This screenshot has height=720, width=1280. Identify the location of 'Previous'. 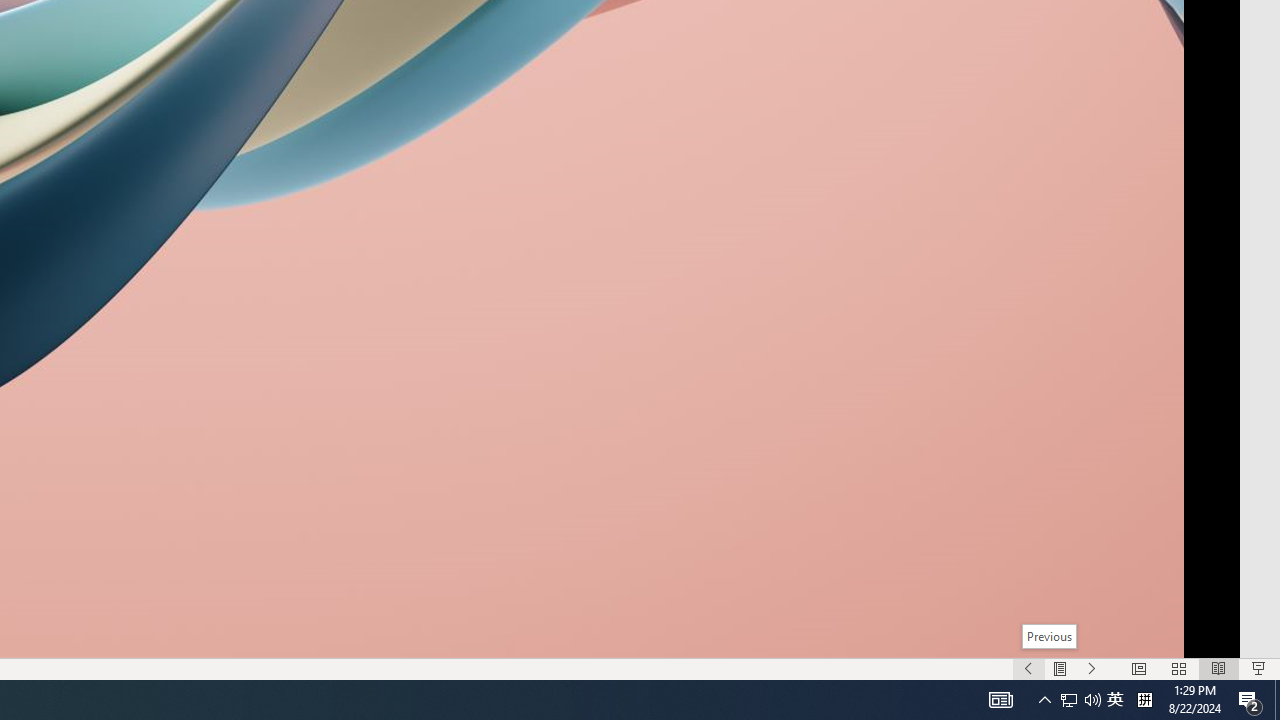
(1047, 636).